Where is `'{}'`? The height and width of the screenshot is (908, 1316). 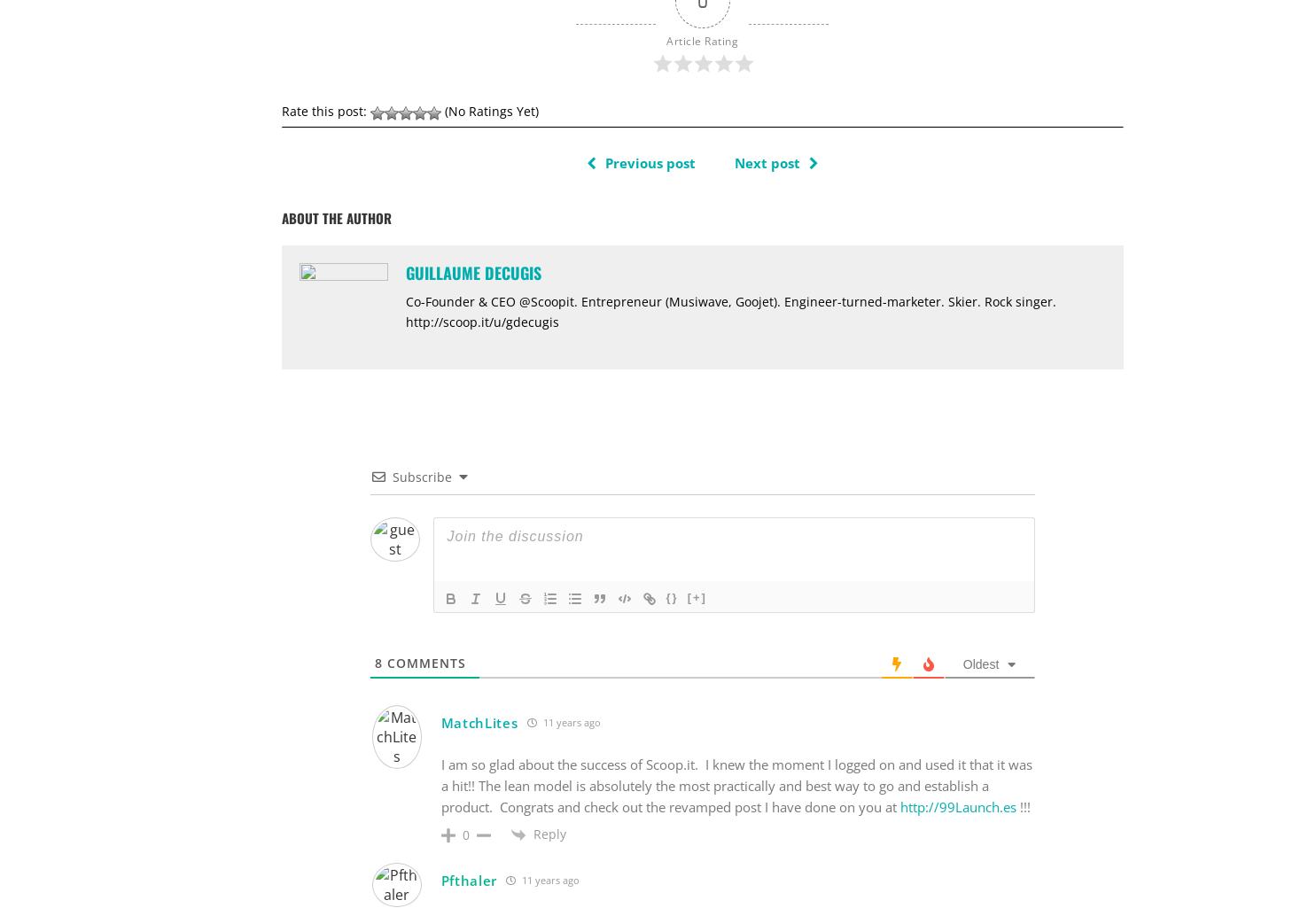 '{}' is located at coordinates (665, 596).